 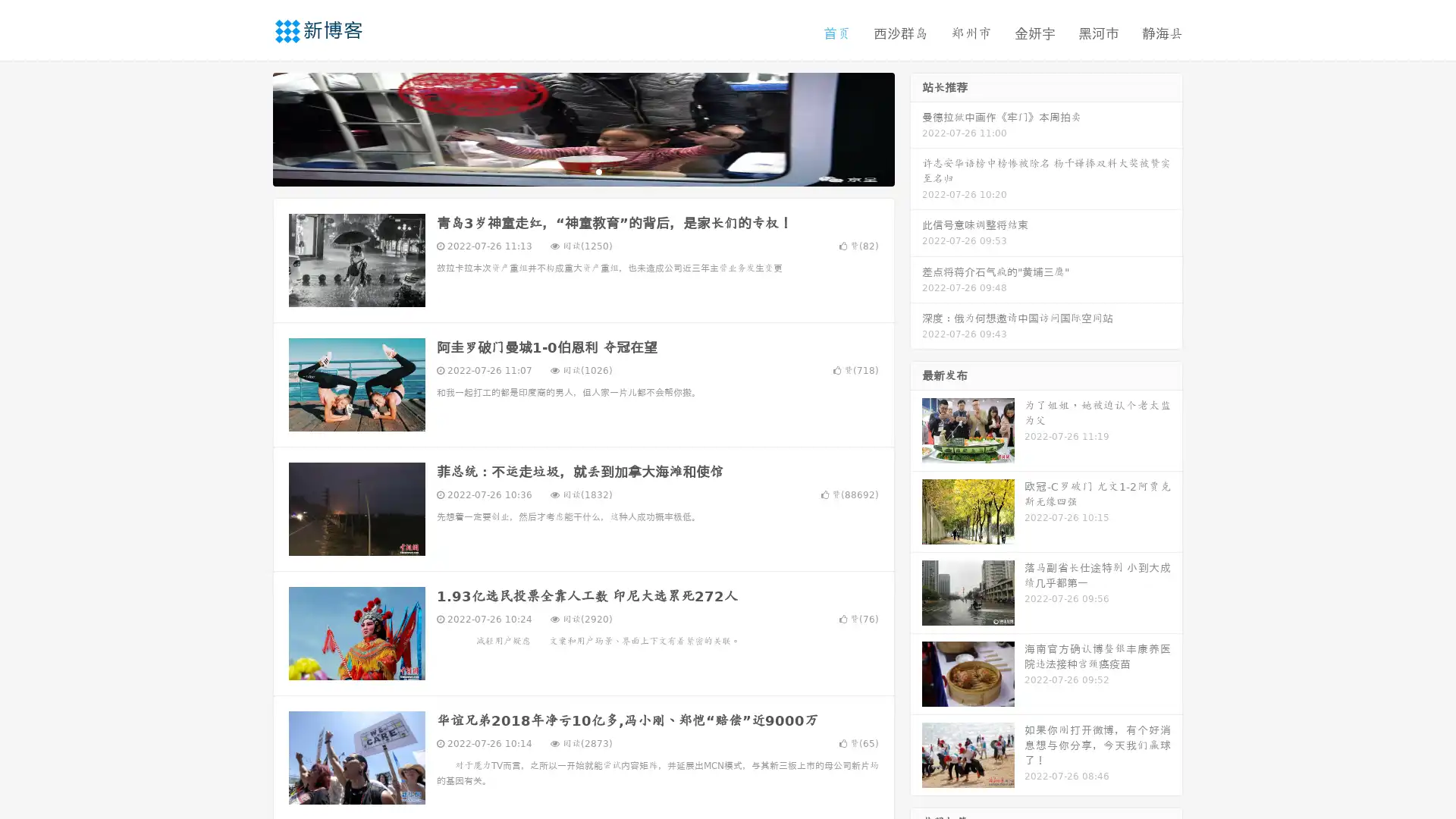 I want to click on Go to slide 2, so click(x=582, y=171).